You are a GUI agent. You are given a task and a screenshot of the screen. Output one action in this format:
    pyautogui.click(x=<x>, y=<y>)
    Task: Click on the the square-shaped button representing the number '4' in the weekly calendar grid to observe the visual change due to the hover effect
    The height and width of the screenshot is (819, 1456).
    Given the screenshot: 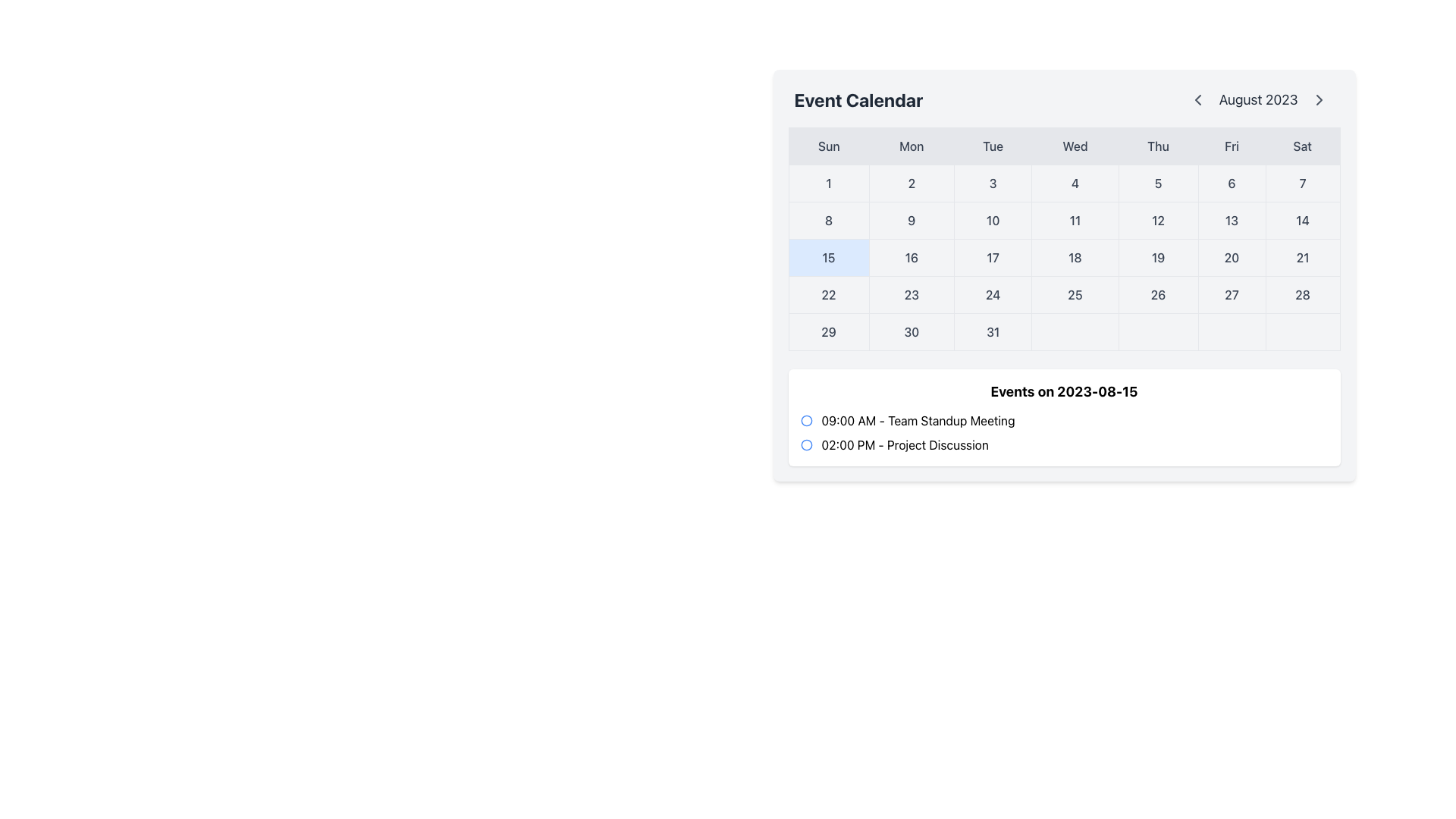 What is the action you would take?
    pyautogui.click(x=1074, y=183)
    